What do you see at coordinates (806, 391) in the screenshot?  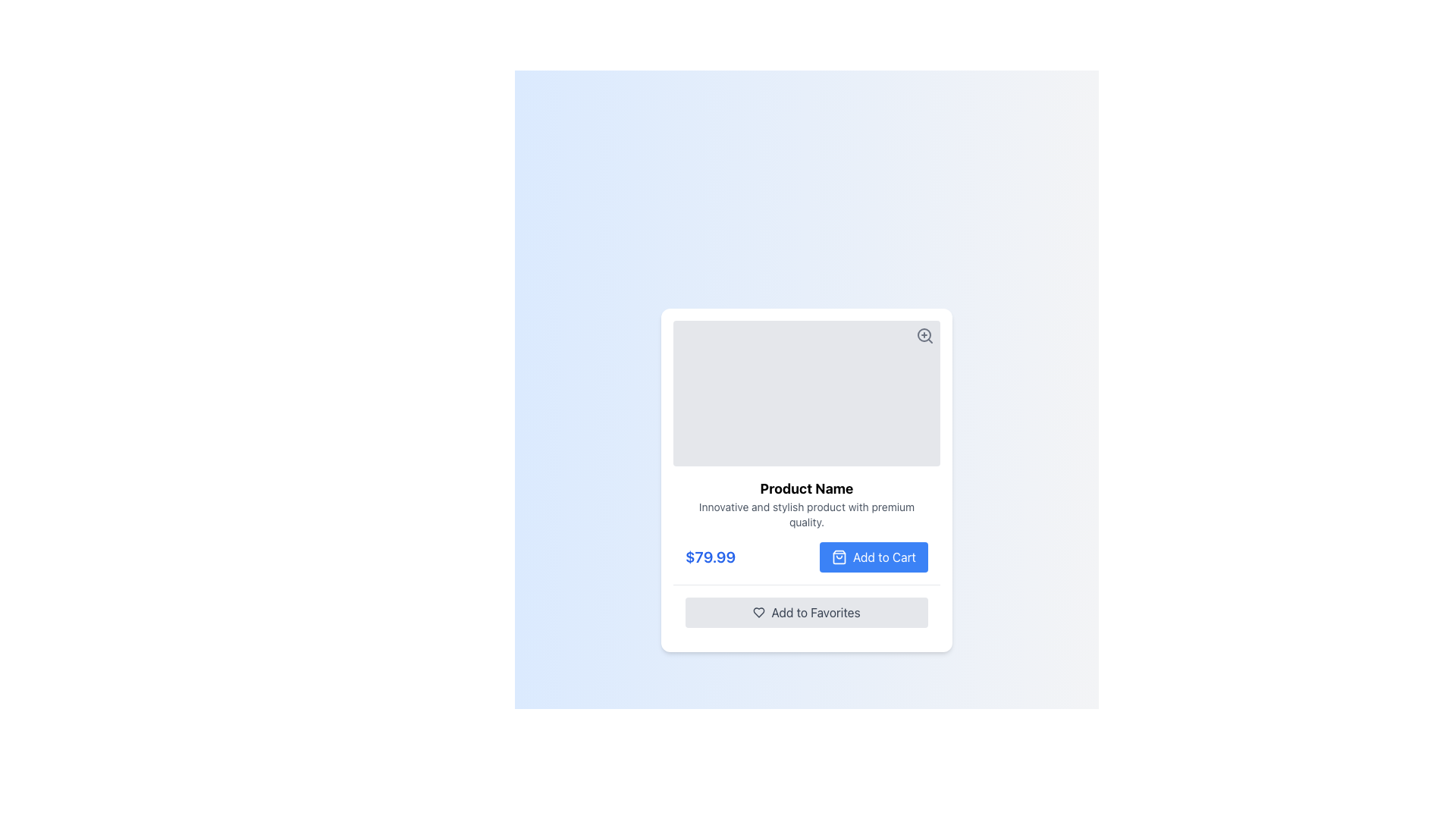 I see `the image placeholder located at the top section of the product card` at bounding box center [806, 391].